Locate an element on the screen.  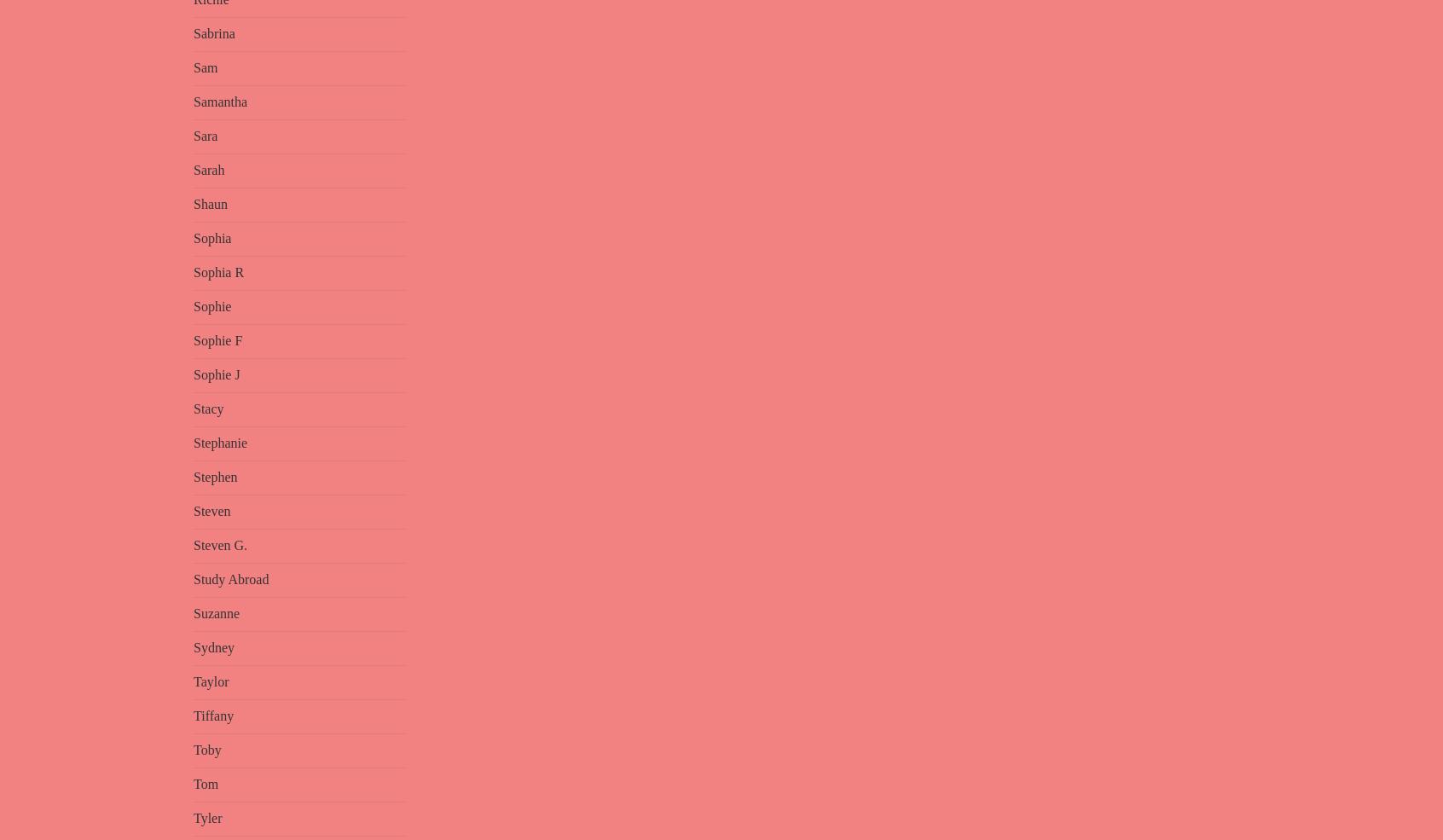
'Tiffany' is located at coordinates (194, 715).